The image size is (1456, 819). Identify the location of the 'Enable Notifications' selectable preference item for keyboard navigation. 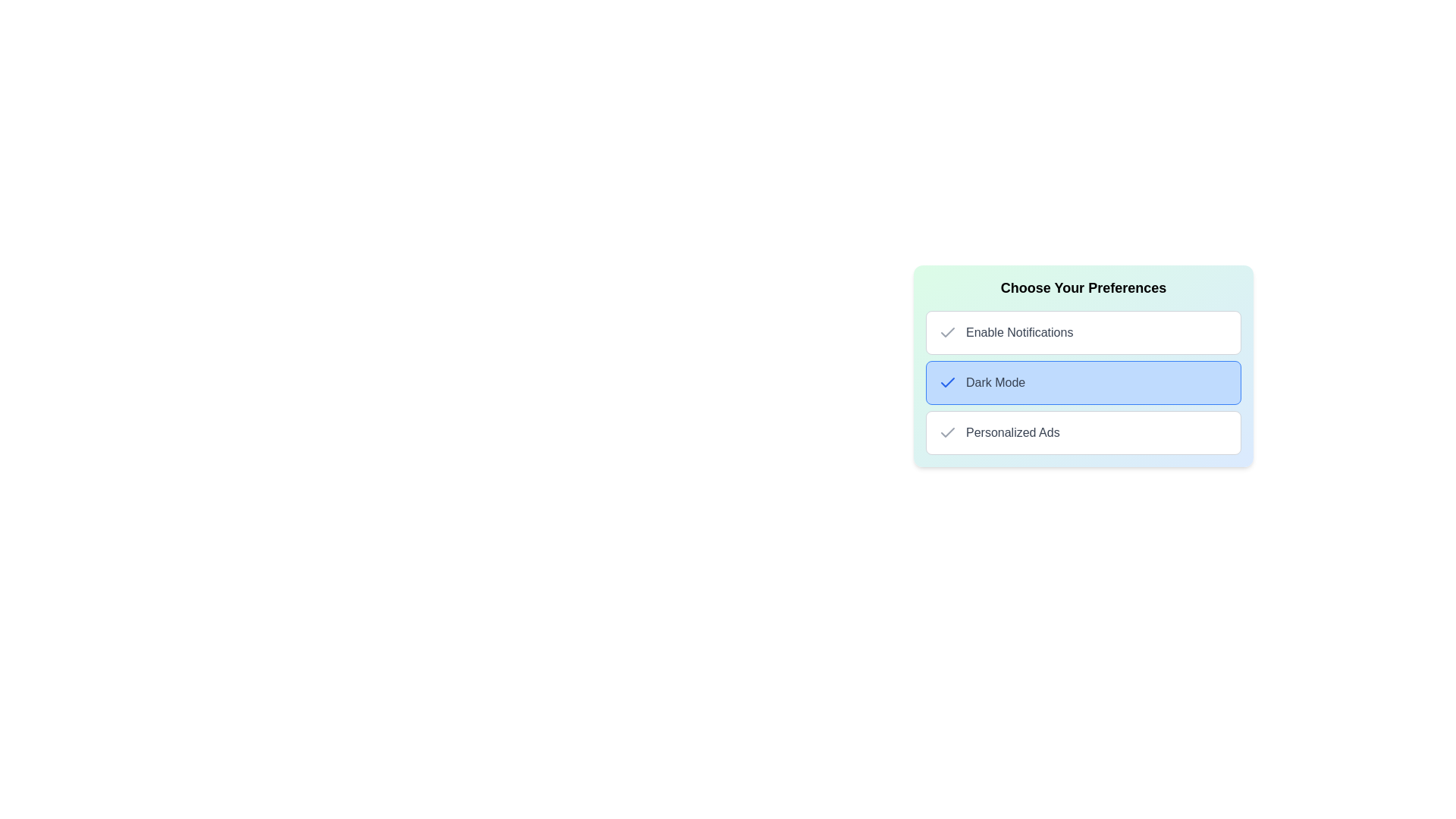
(1083, 332).